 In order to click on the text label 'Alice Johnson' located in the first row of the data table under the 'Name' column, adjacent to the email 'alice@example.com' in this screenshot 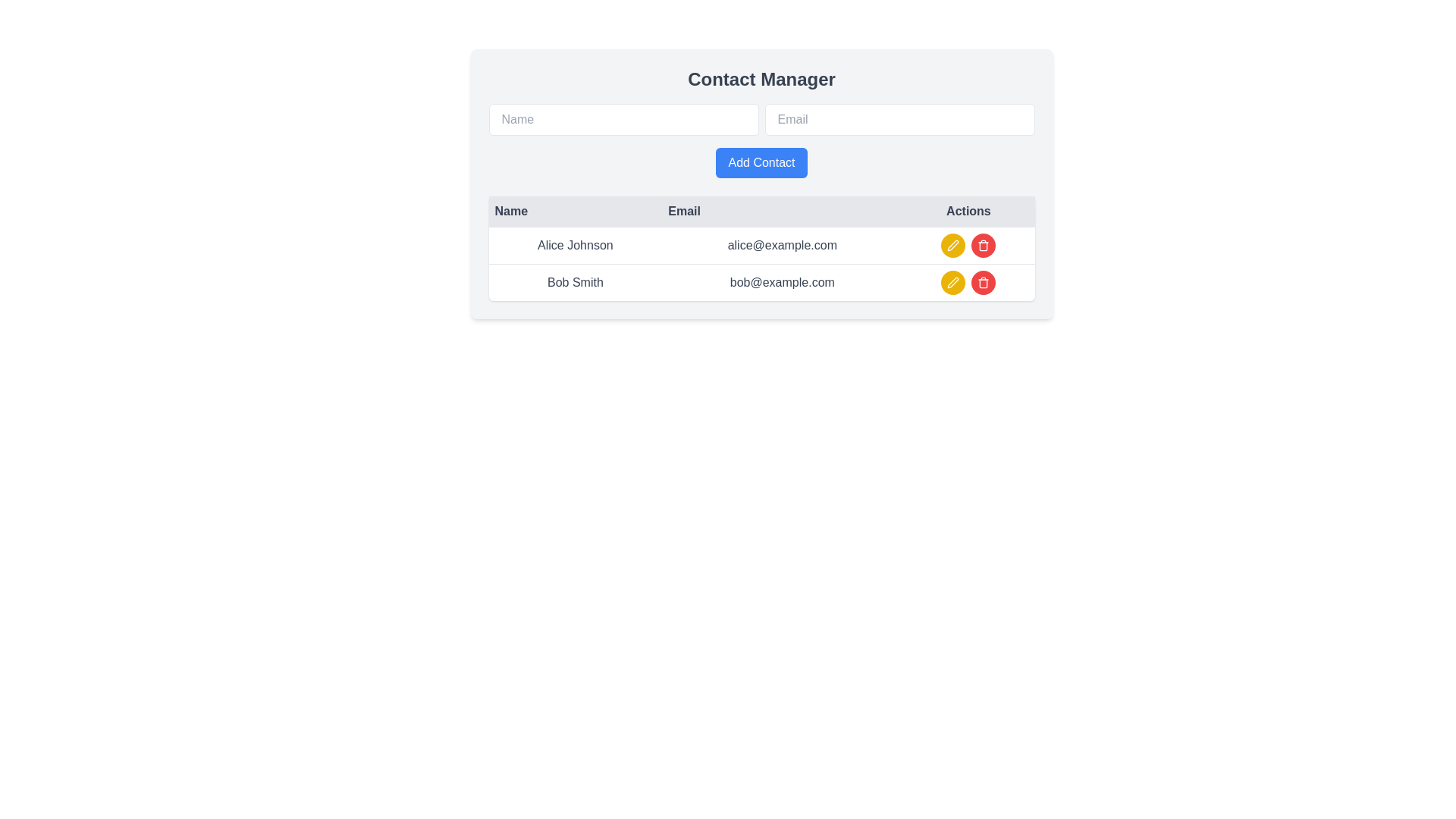, I will do `click(574, 245)`.